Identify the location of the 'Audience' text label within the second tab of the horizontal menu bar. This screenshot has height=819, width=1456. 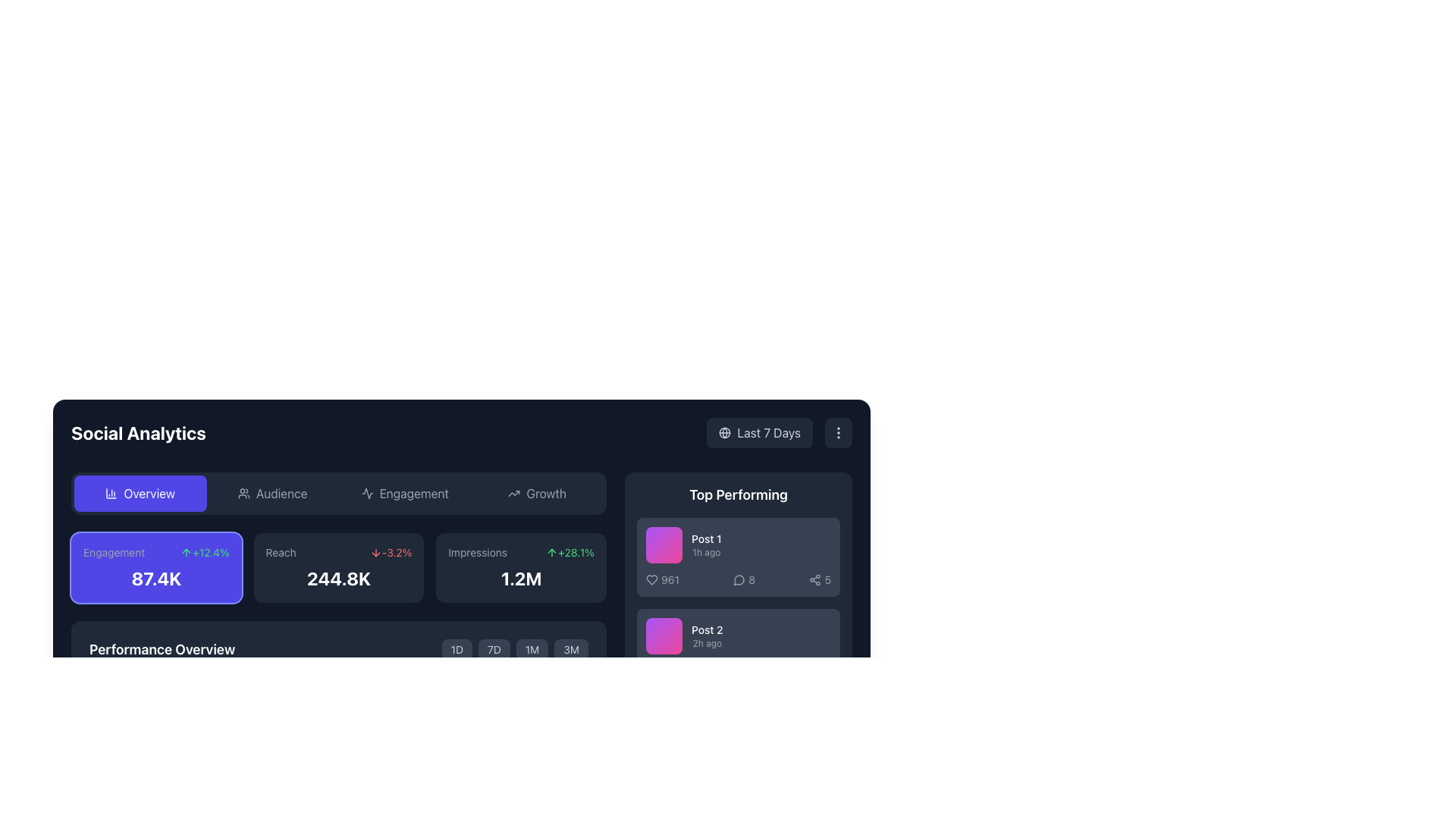
(281, 494).